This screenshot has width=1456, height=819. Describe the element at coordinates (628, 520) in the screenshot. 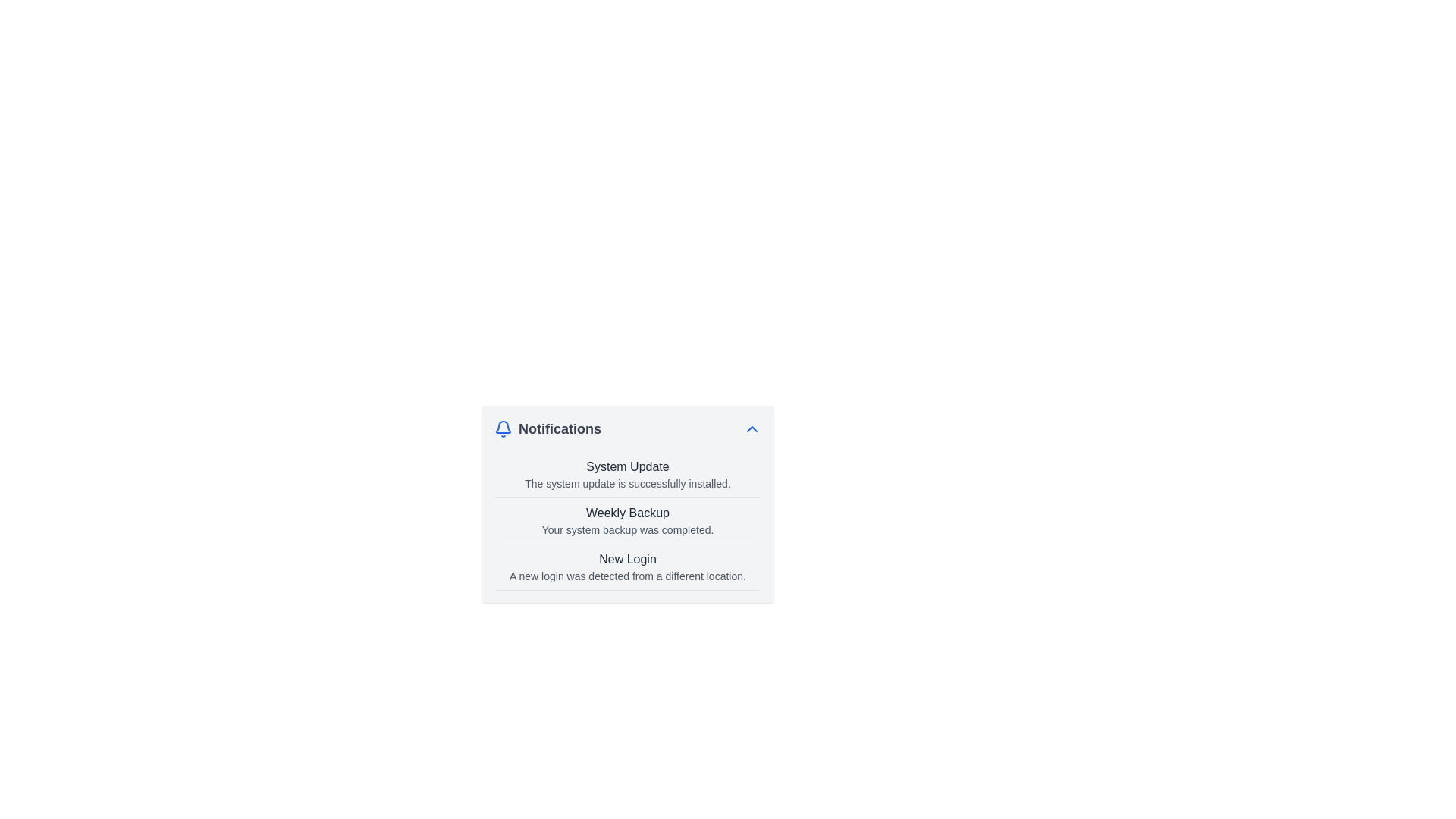

I see `the 'Weekly Backup' notification entry` at that location.